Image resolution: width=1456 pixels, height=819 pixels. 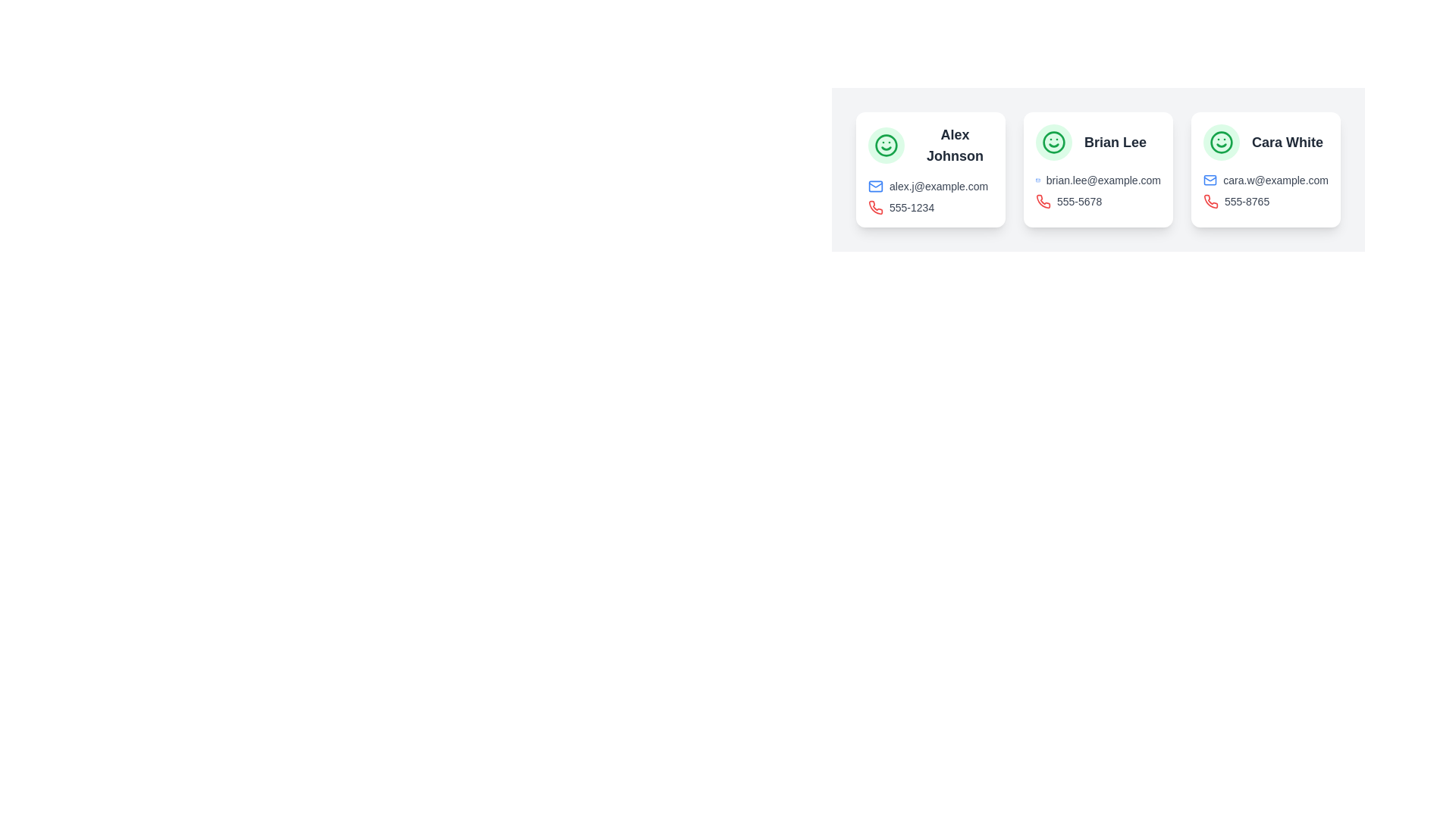 What do you see at coordinates (876, 186) in the screenshot?
I see `the decorative graphic element of the mail envelope icon associated with Alex Johnson's email address` at bounding box center [876, 186].